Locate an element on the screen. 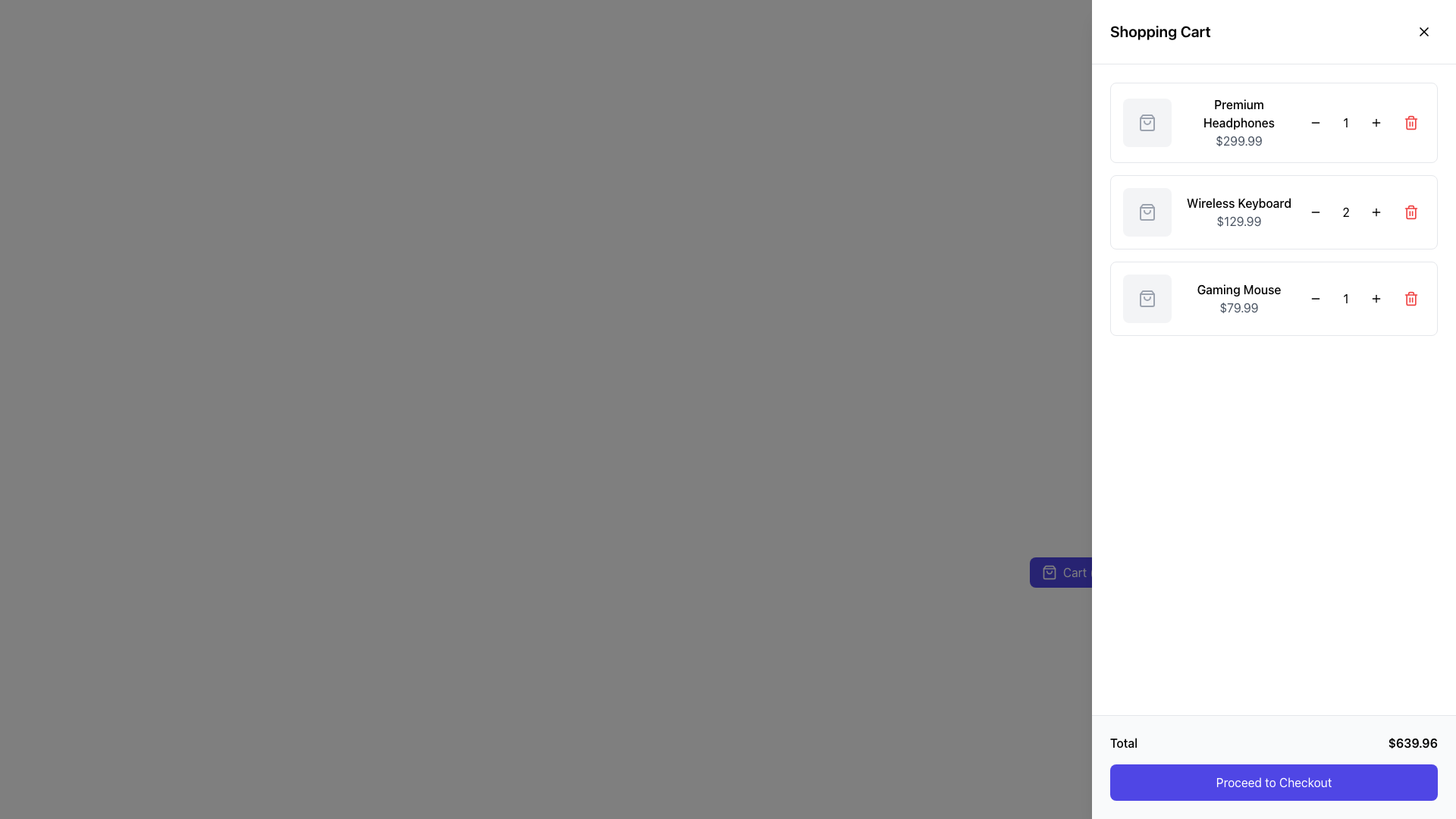  the 'Wireless Keyboard' text label in the shopping cart interface, which is located above the price of $129.99 in the second item of the list is located at coordinates (1238, 202).